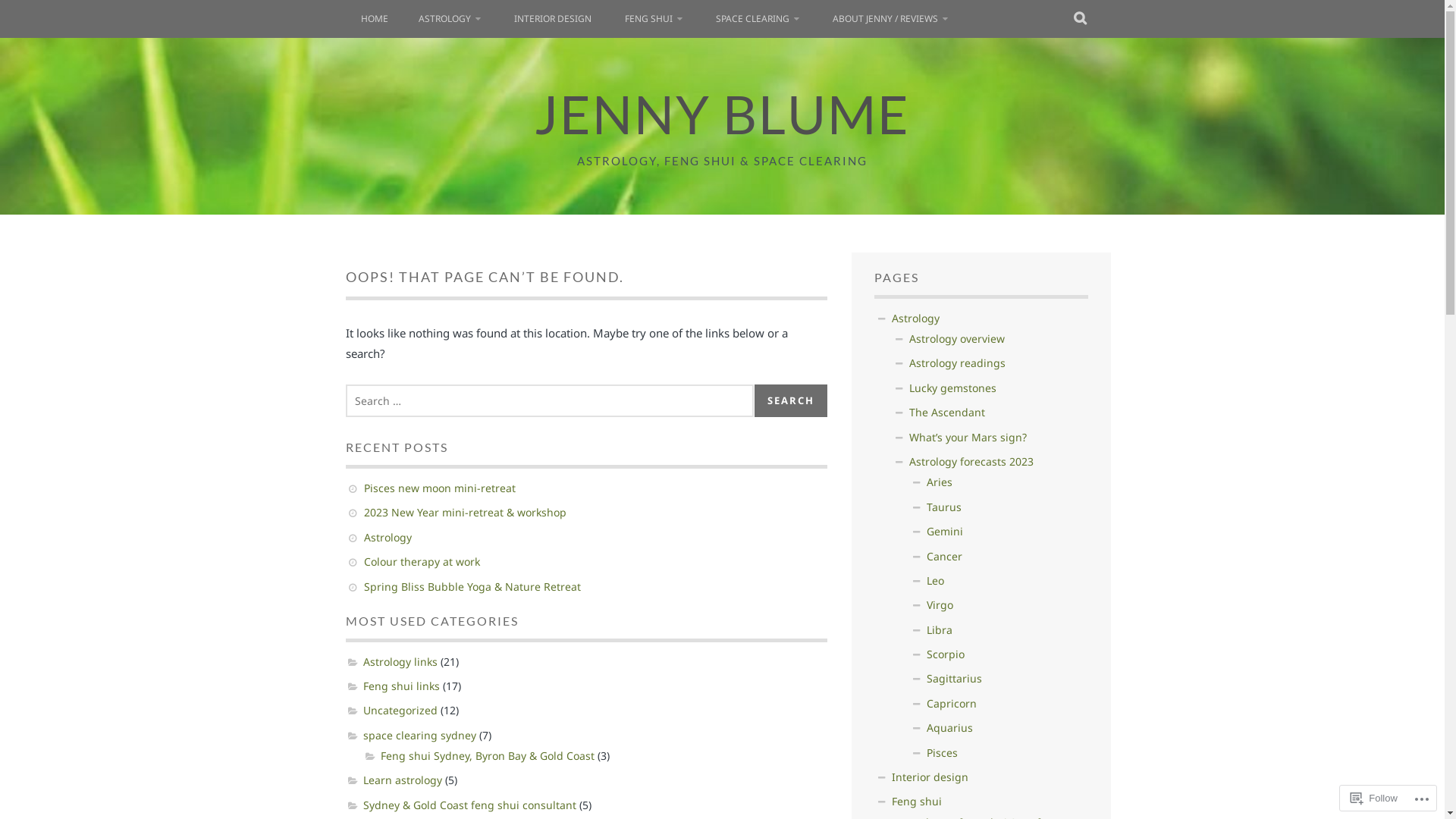 This screenshot has width=1456, height=819. I want to click on 'Astrology links', so click(400, 661).